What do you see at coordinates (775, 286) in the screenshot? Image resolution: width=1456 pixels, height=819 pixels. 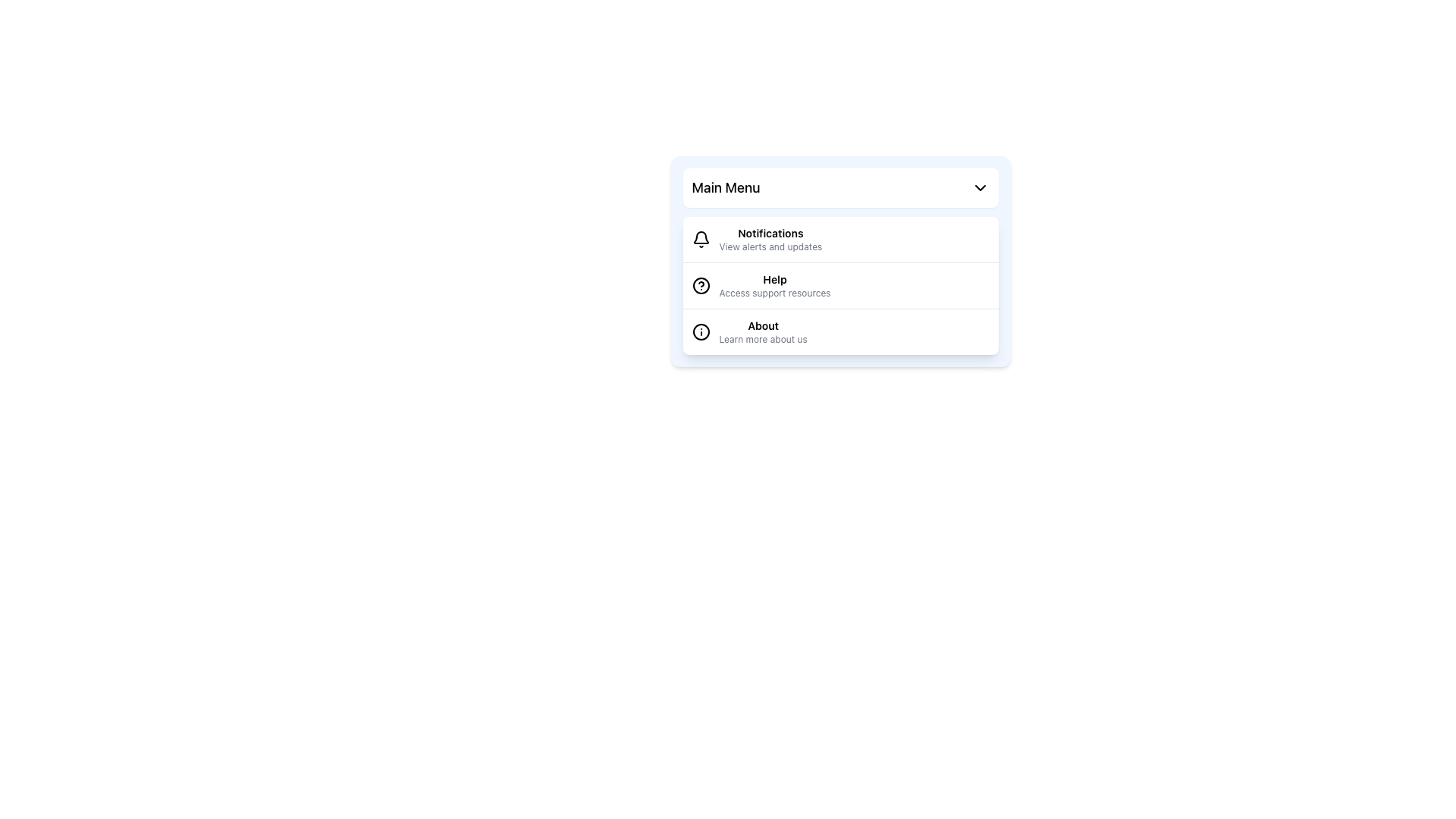 I see `the descriptive text label for accessing support resources, which is the second item in the vertical list of the dropdown menu under 'Notifications'` at bounding box center [775, 286].